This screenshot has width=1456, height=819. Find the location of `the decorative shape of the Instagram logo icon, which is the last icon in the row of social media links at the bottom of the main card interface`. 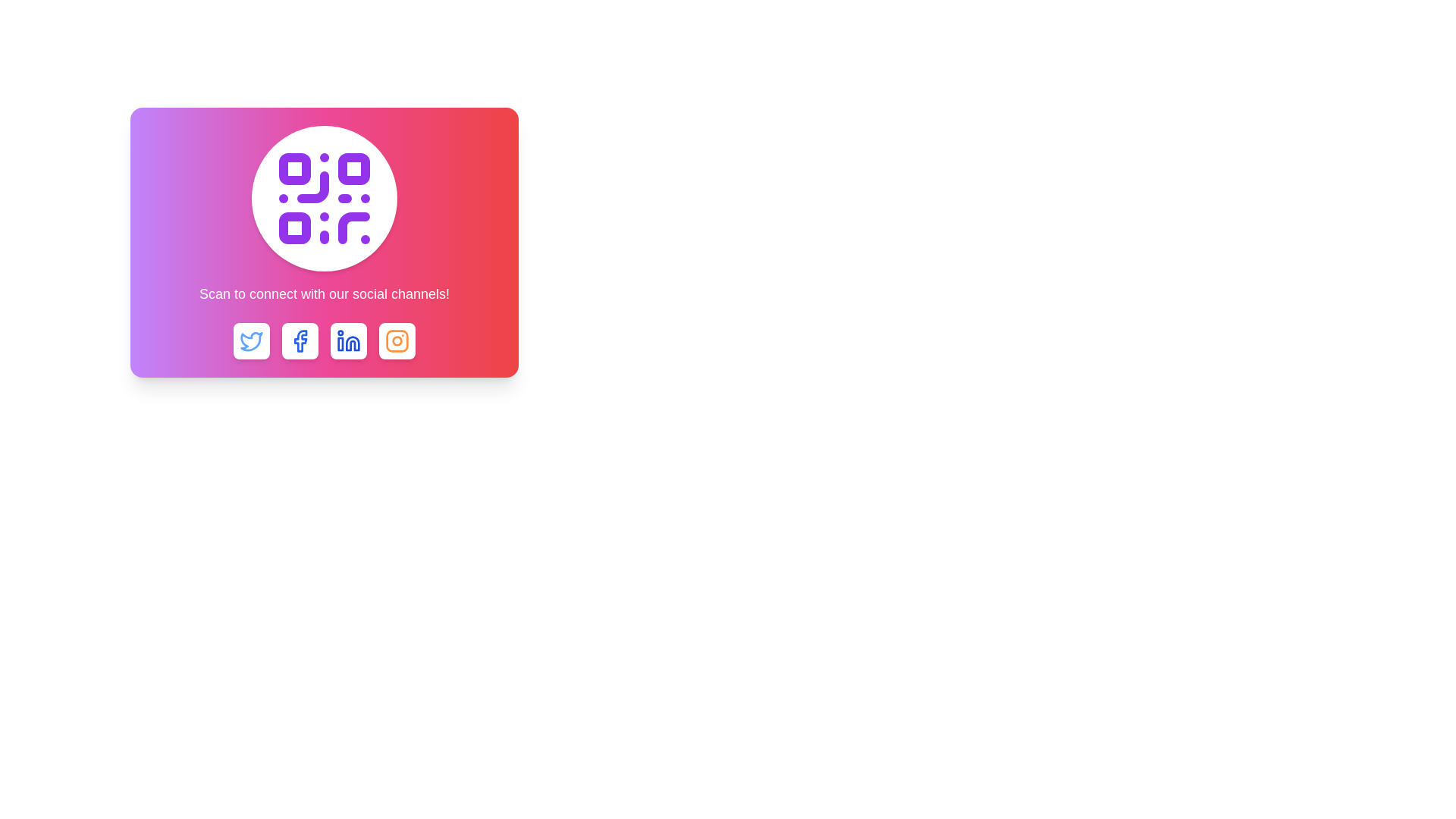

the decorative shape of the Instagram logo icon, which is the last icon in the row of social media links at the bottom of the main card interface is located at coordinates (397, 341).